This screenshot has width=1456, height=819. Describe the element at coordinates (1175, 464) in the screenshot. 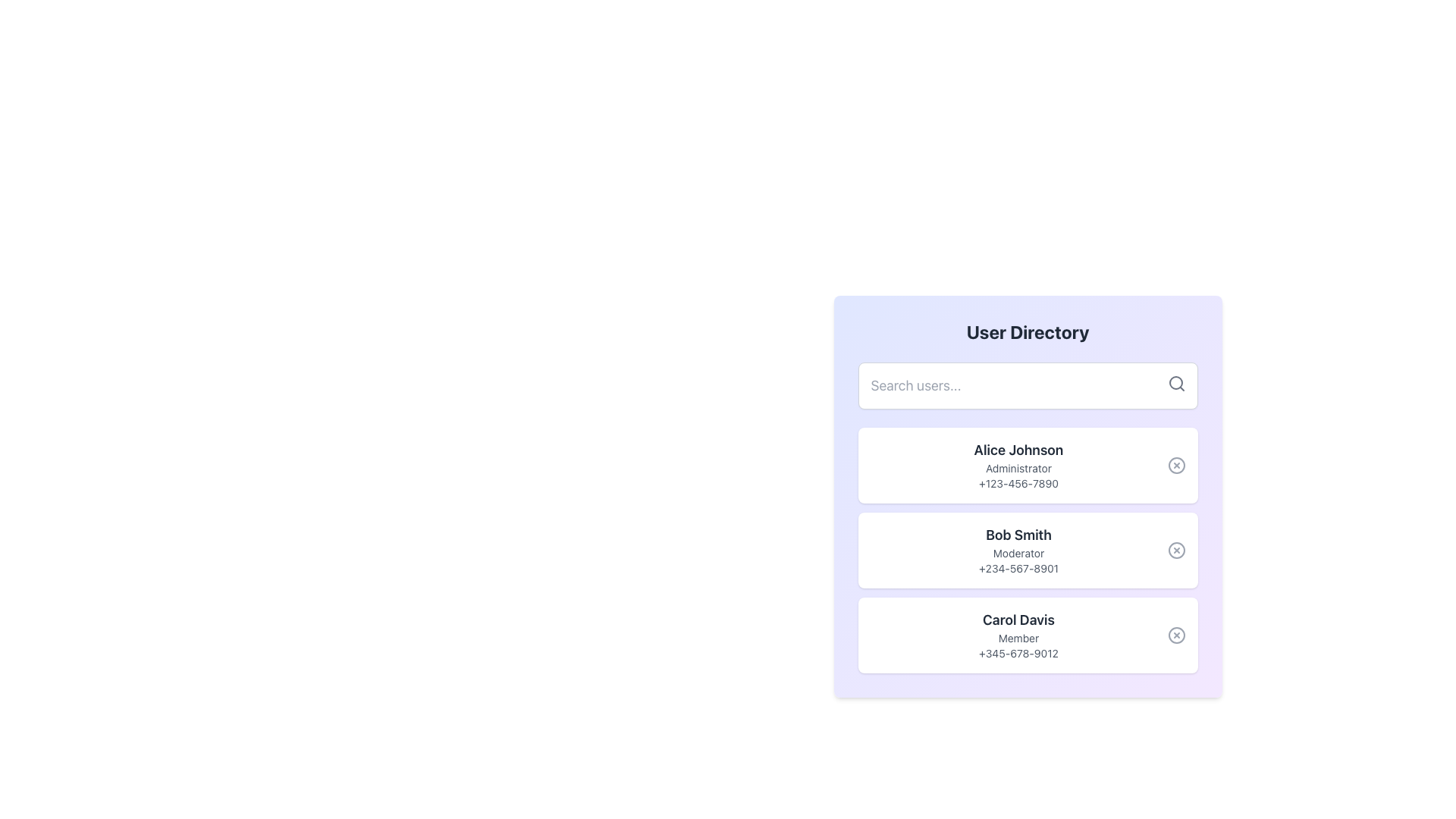

I see `the circular icon with a cross mark next to 'Alice Johnson' in the user directory interface to initiate the remove action` at that location.